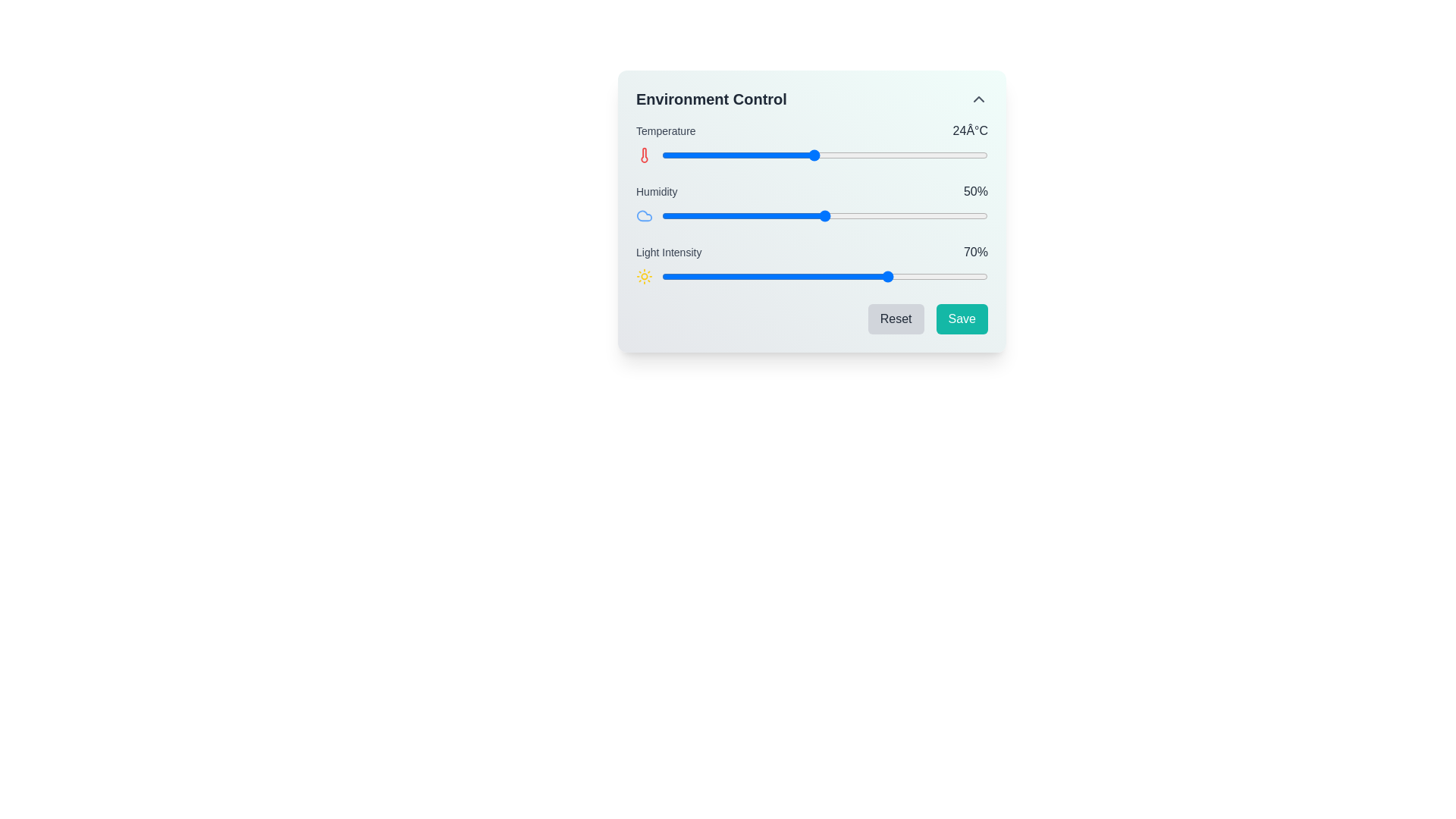  What do you see at coordinates (854, 277) in the screenshot?
I see `light intensity` at bounding box center [854, 277].